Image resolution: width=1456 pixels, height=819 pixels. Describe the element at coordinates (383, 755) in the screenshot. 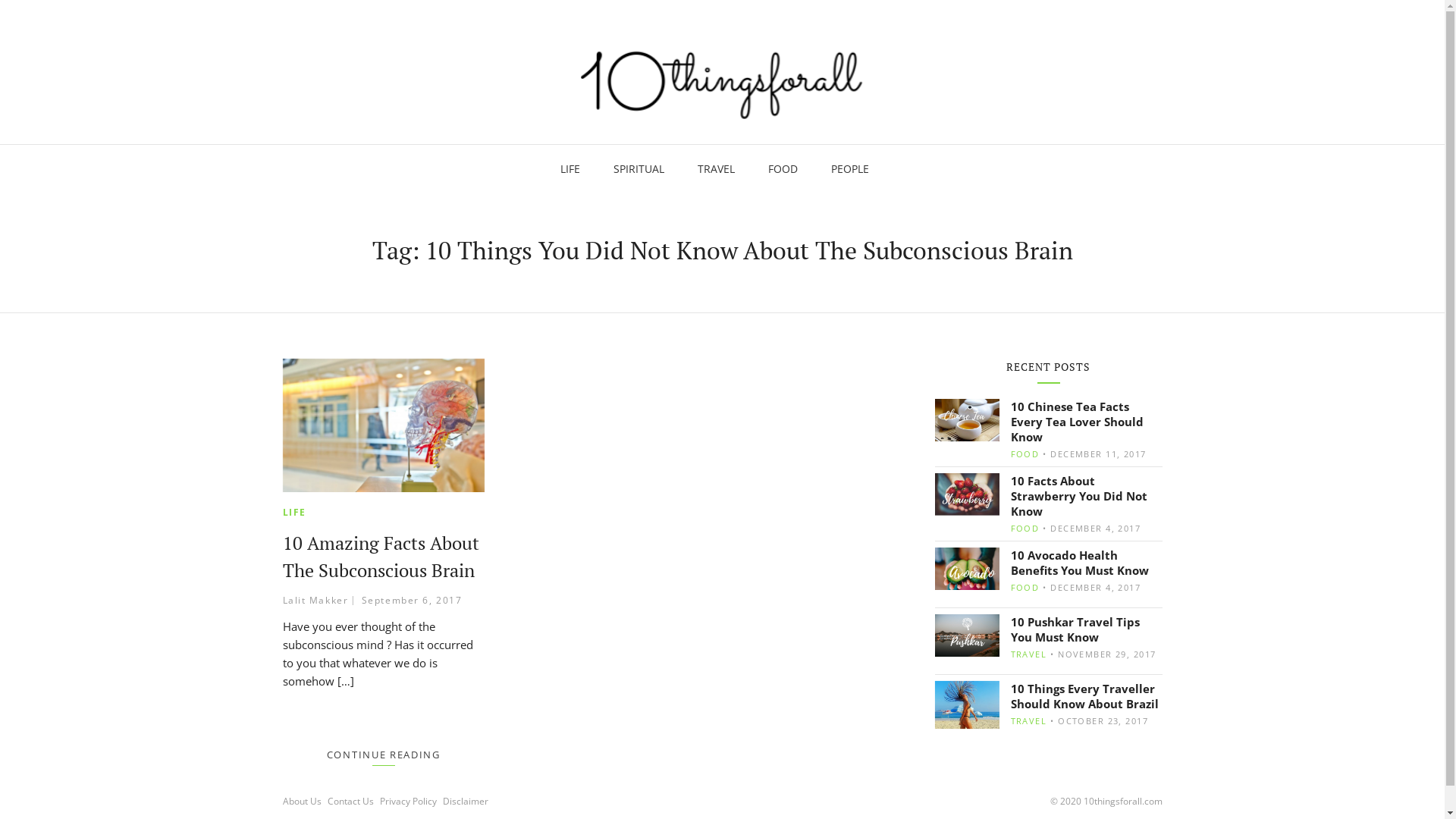

I see `'CONTINUE READING'` at that location.